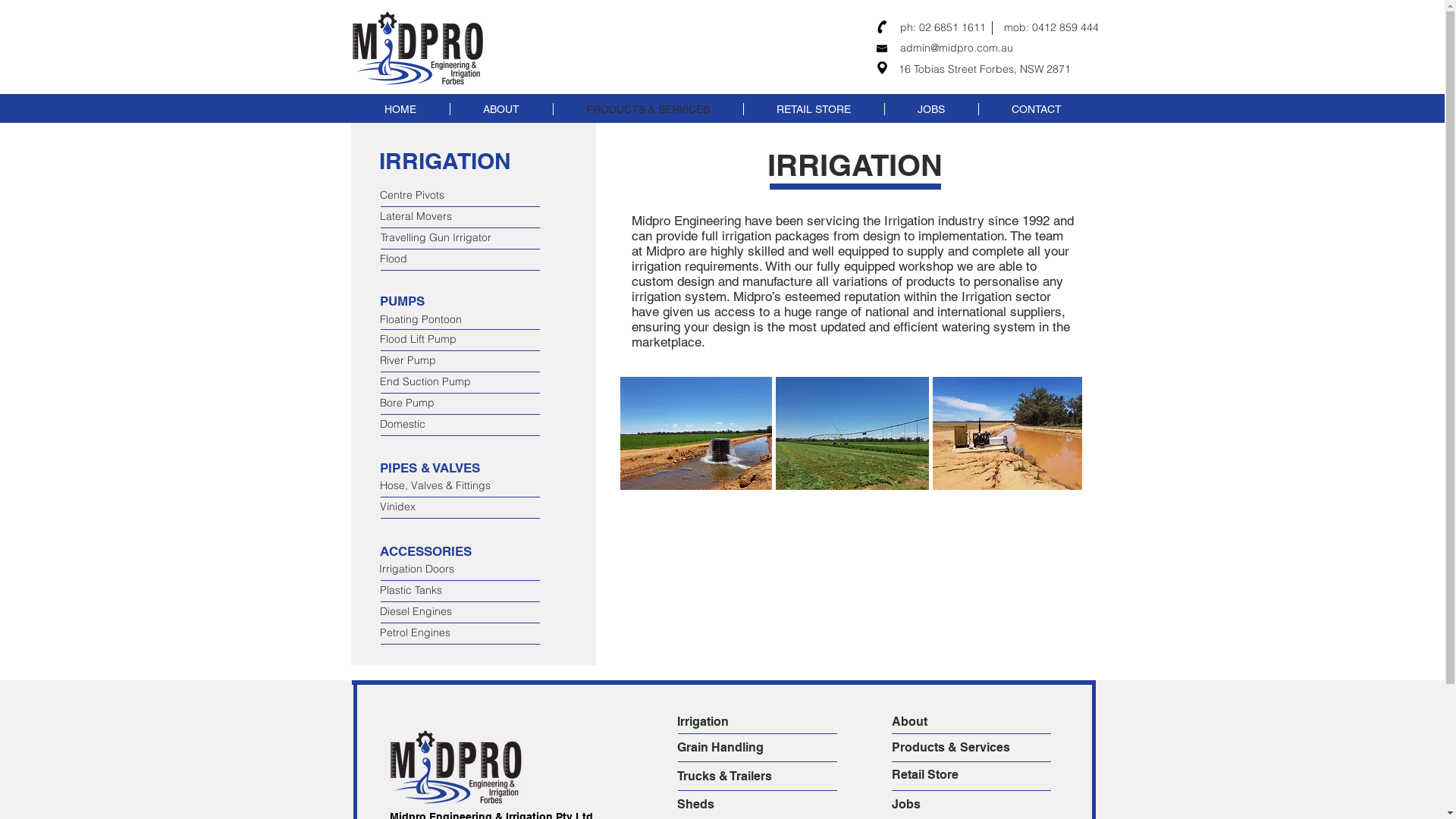 The height and width of the screenshot is (819, 1456). Describe the element at coordinates (435, 238) in the screenshot. I see `'Travelling Gun Irrigator'` at that location.